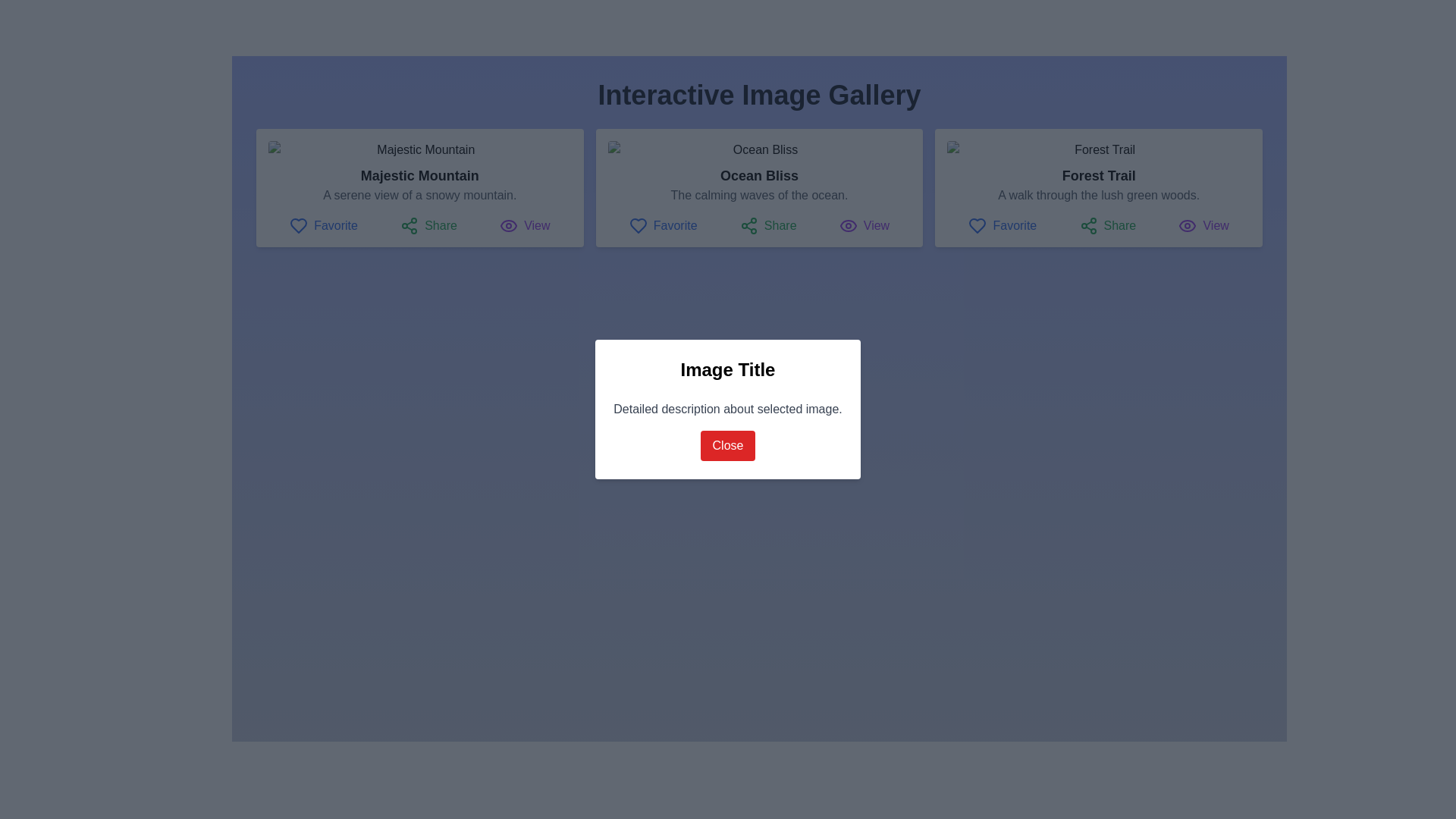  What do you see at coordinates (1187, 225) in the screenshot?
I see `the eye-shaped icon with a purple outline next to the 'View' label in the 'Forest Trail' section` at bounding box center [1187, 225].